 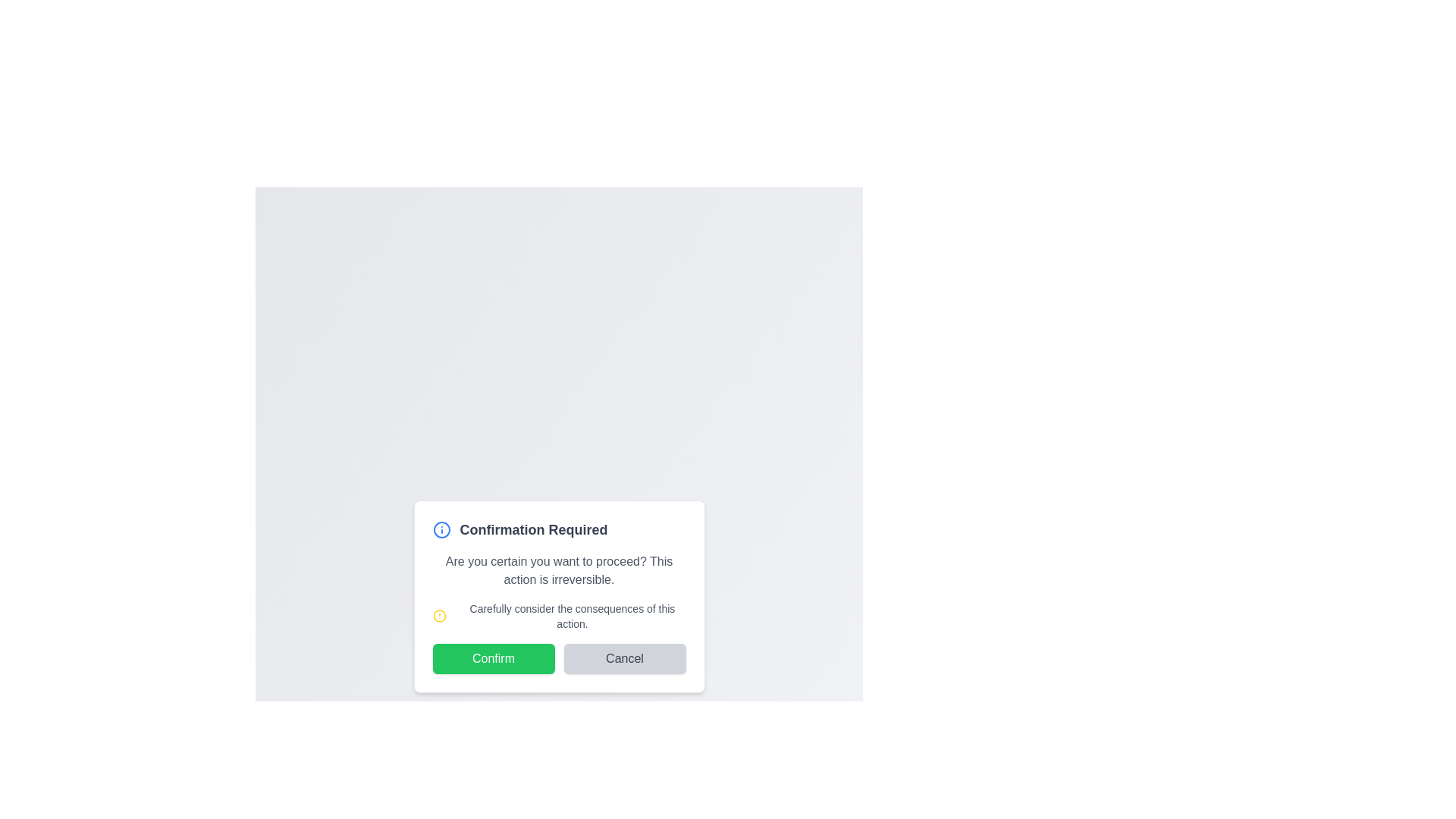 I want to click on the bolded text header 'Confirmation Required' located at the top of the dialog box, to the right of the blue information icon, so click(x=534, y=529).